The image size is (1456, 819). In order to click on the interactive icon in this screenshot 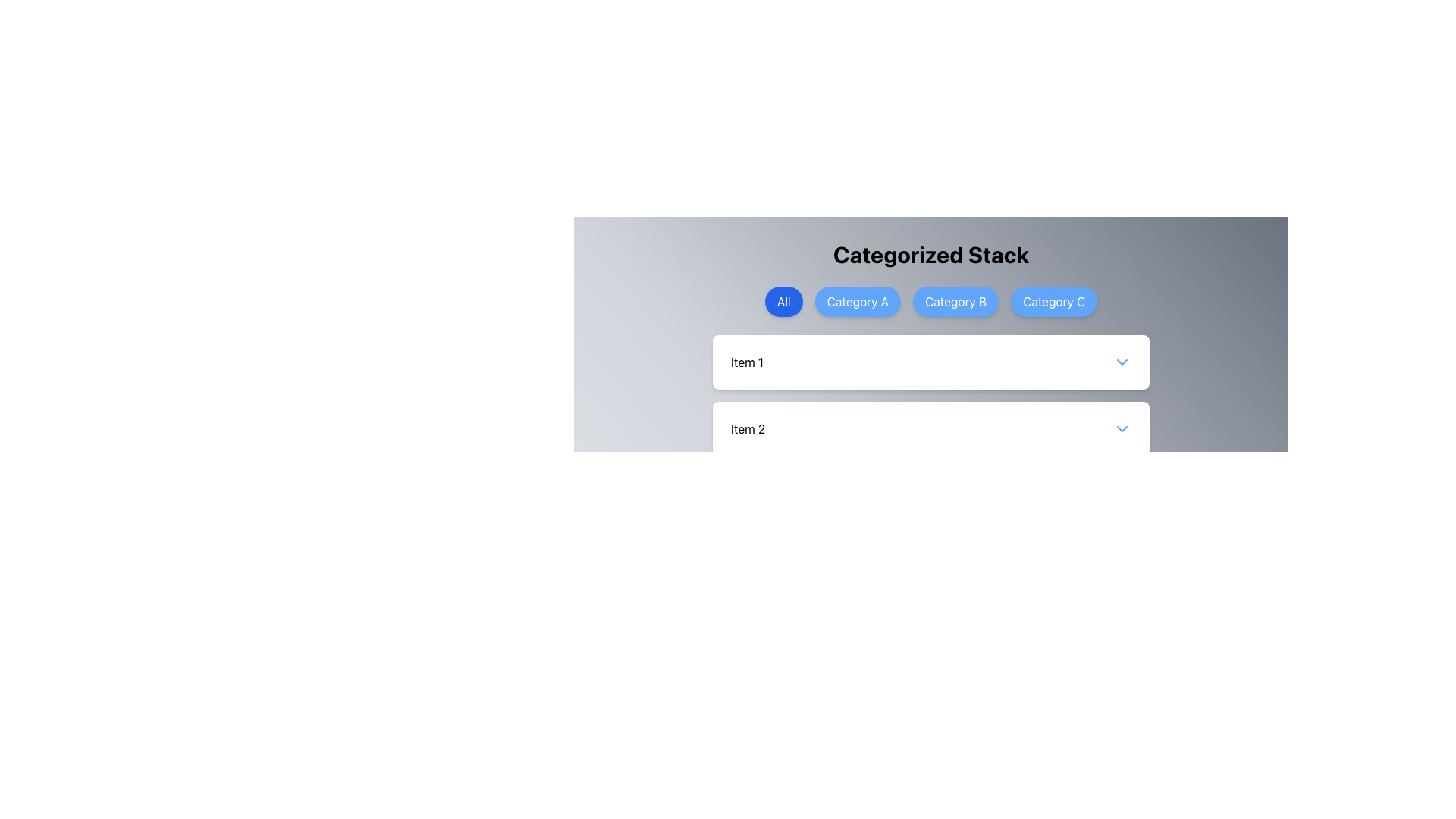, I will do `click(1122, 362)`.